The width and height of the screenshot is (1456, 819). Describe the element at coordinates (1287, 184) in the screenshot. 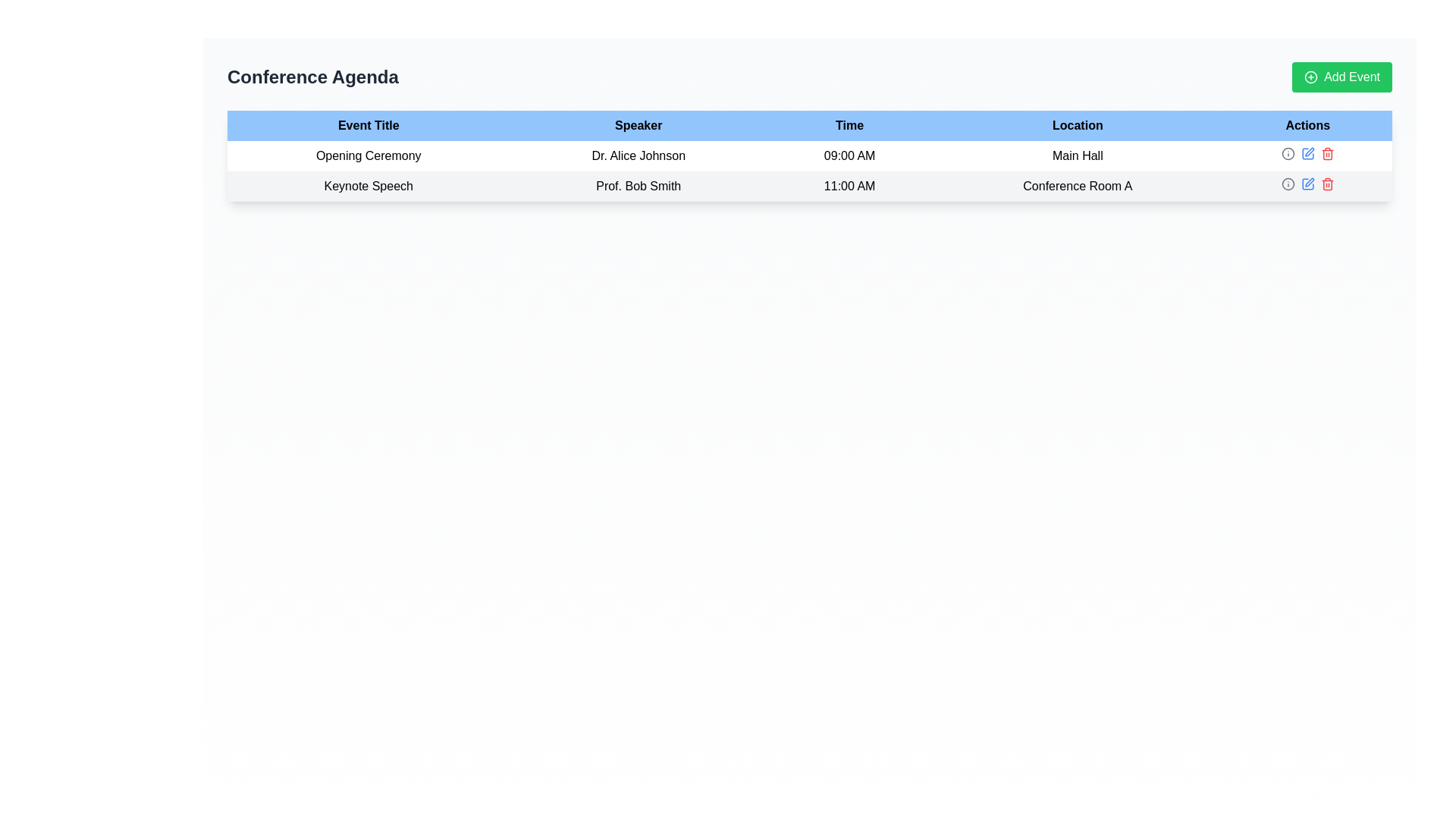

I see `the circular information icon in the 'Actions' column for the 'Conference Room A' row to change its visual state` at that location.